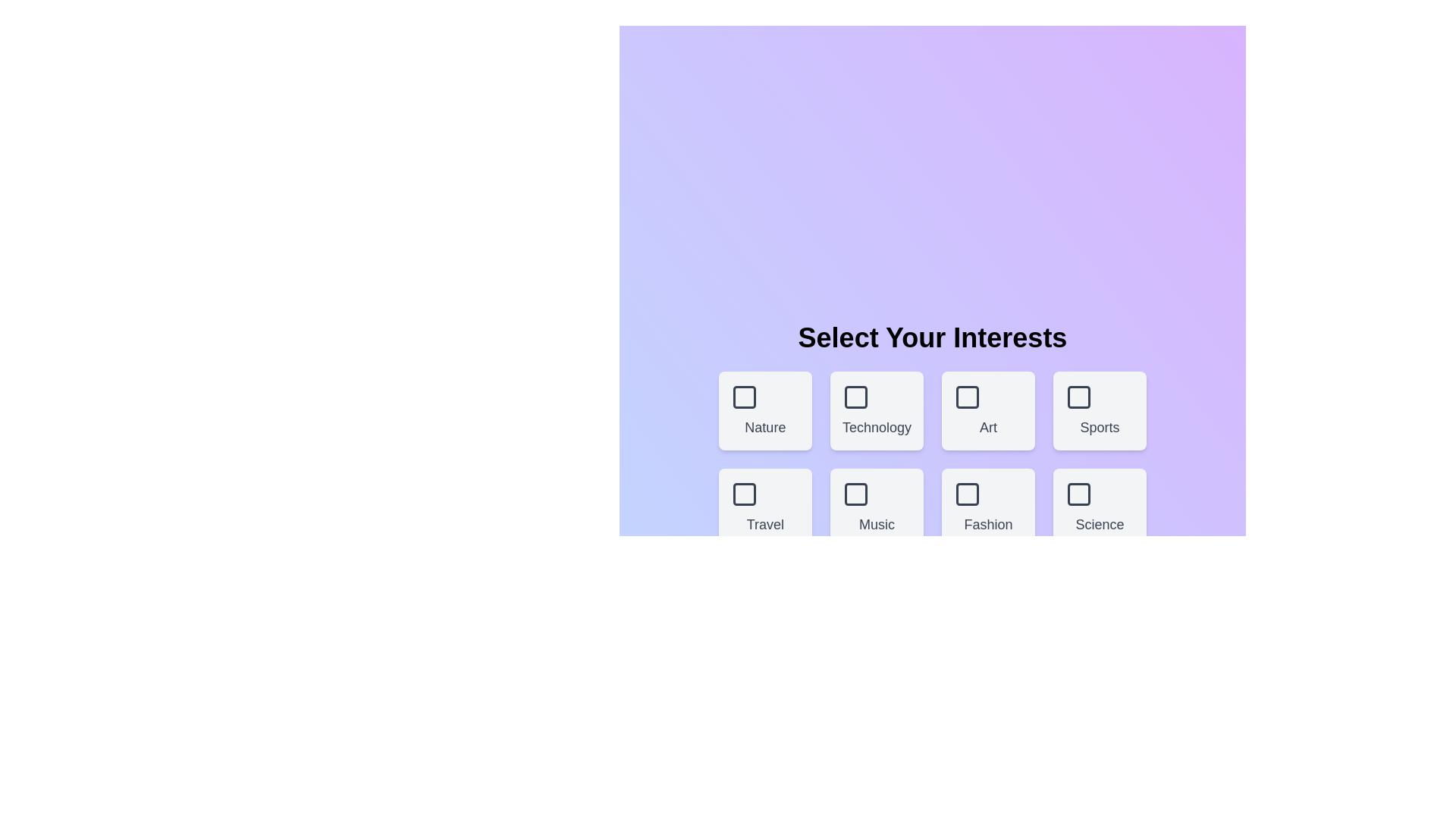  Describe the element at coordinates (988, 411) in the screenshot. I see `the theme box labeled Art` at that location.